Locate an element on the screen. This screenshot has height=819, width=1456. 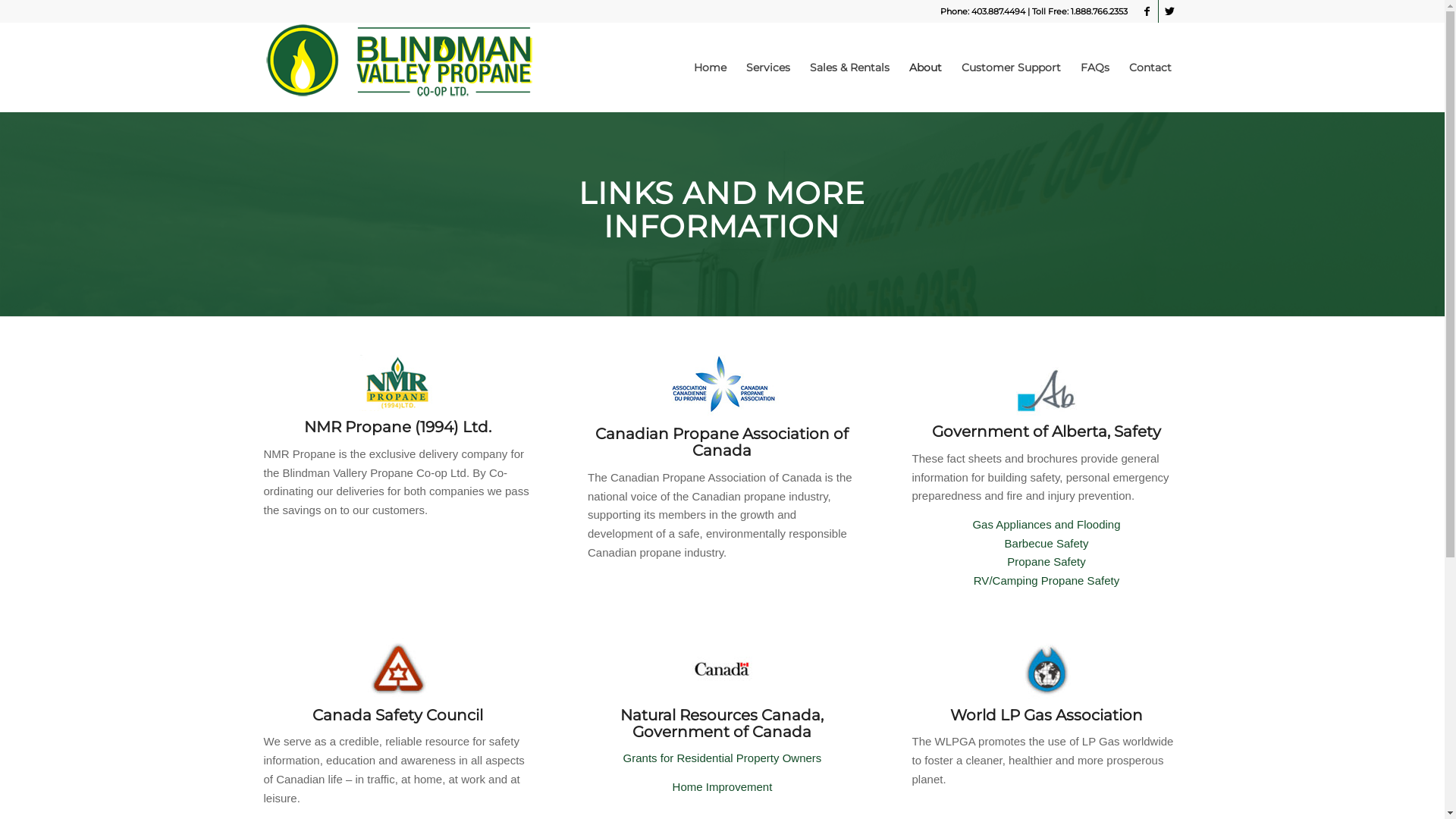
'Grants for Residential Property Owners' is located at coordinates (722, 758).